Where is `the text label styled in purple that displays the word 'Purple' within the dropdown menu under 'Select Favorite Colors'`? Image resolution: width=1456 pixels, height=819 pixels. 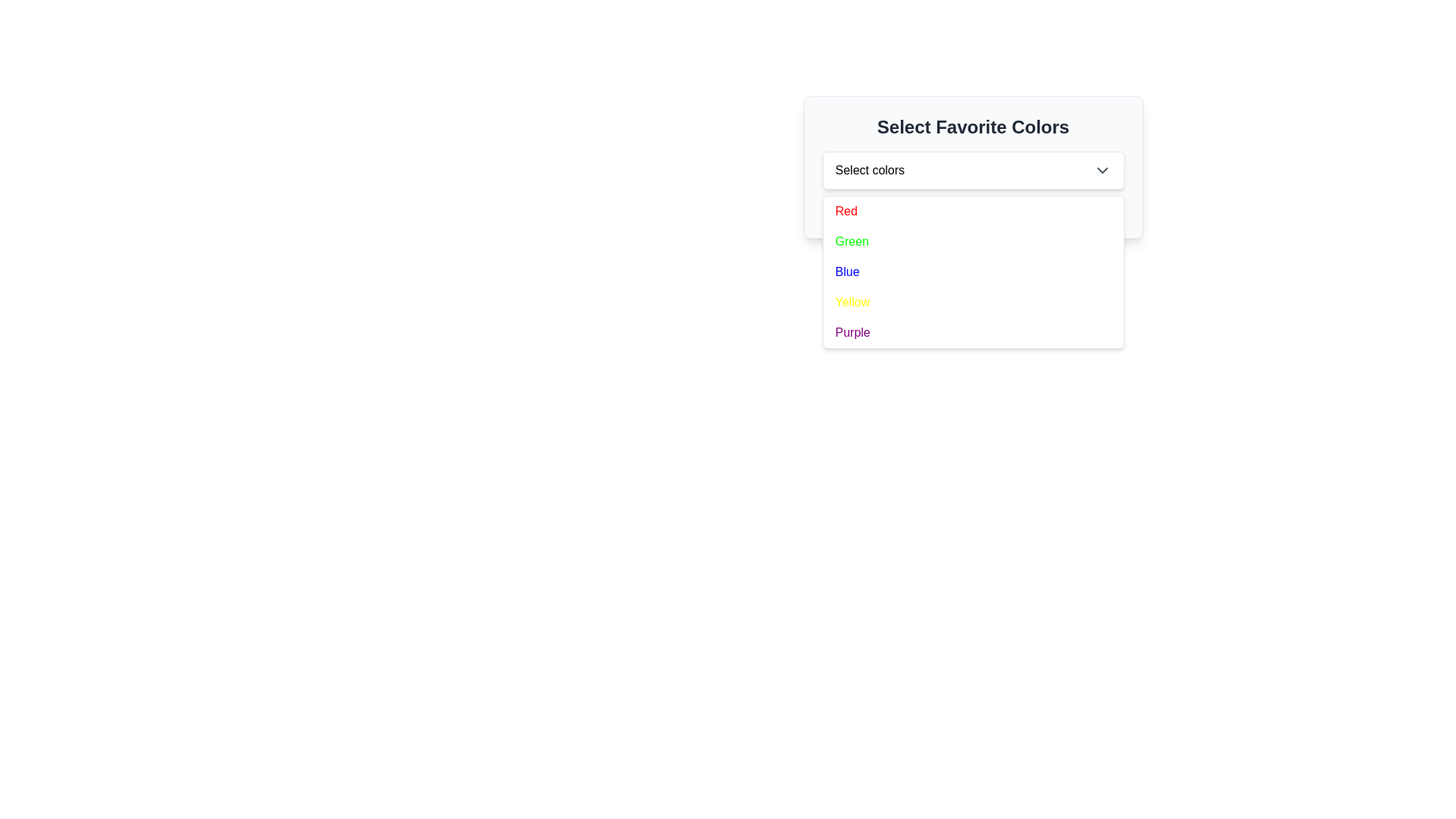 the text label styled in purple that displays the word 'Purple' within the dropdown menu under 'Select Favorite Colors' is located at coordinates (852, 332).